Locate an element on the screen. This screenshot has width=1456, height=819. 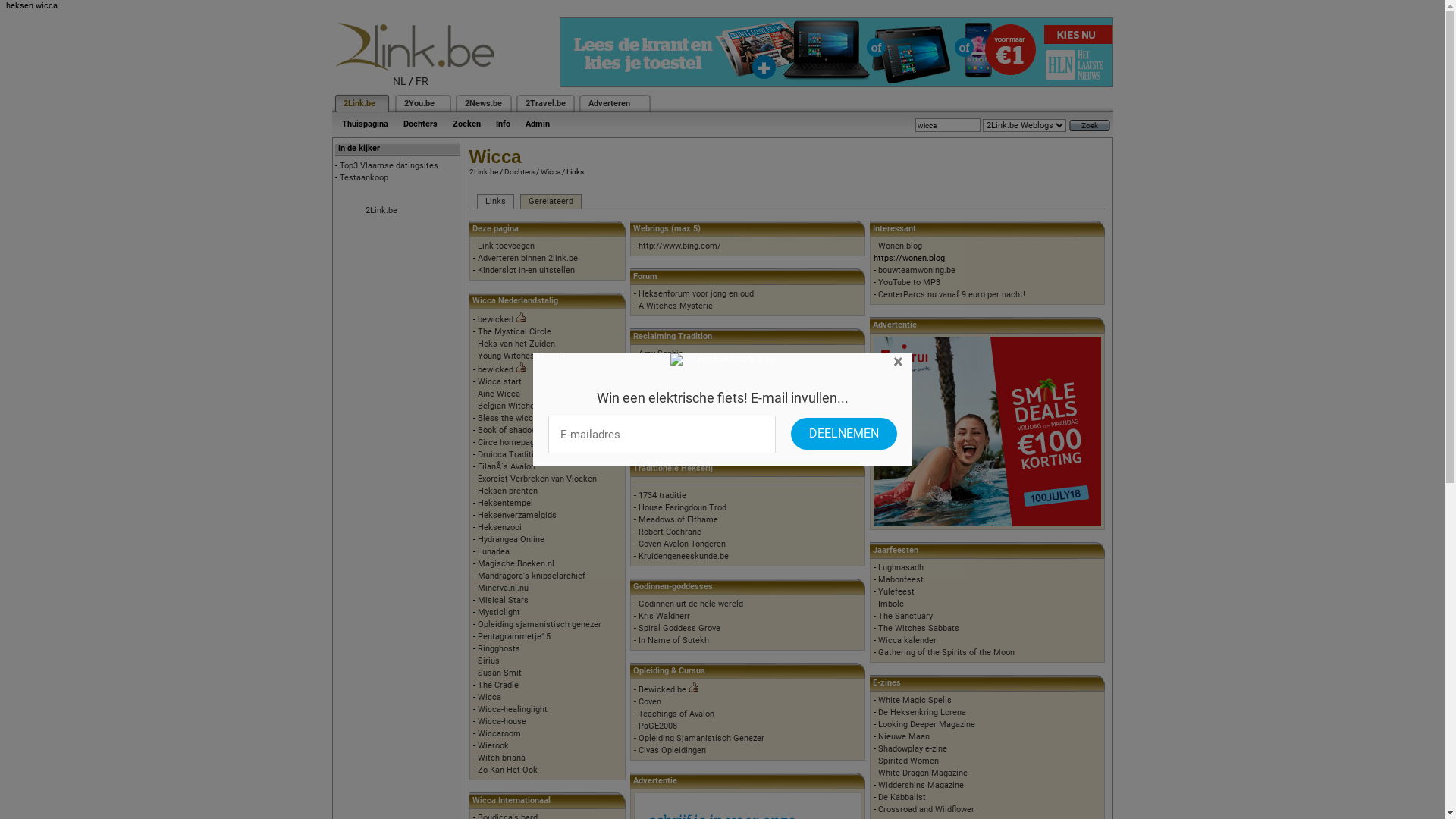
'The Witches Sabbats' is located at coordinates (918, 628).